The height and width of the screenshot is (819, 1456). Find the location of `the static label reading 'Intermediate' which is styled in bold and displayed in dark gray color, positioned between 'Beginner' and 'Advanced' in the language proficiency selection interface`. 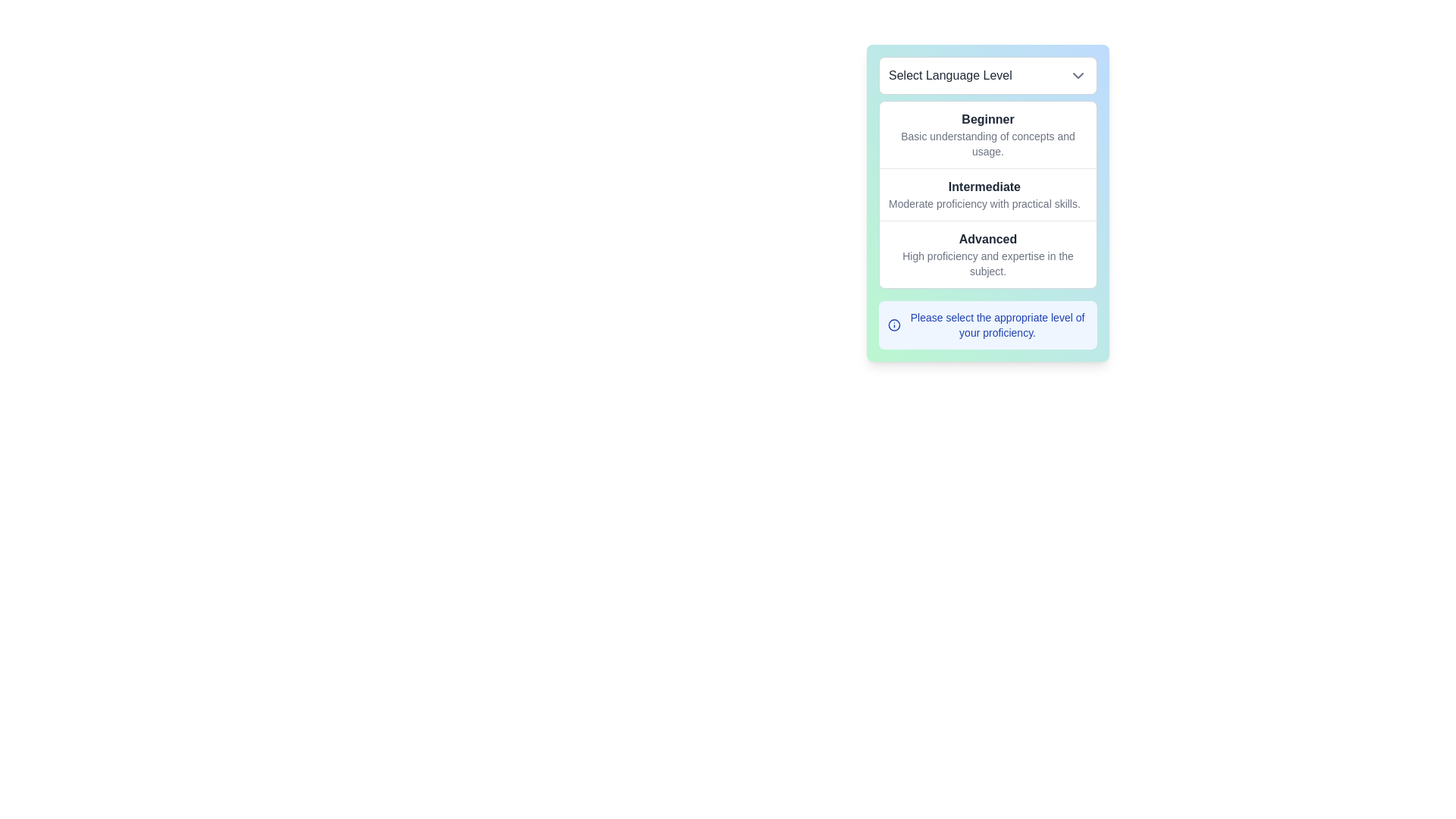

the static label reading 'Intermediate' which is styled in bold and displayed in dark gray color, positioned between 'Beginner' and 'Advanced' in the language proficiency selection interface is located at coordinates (984, 186).